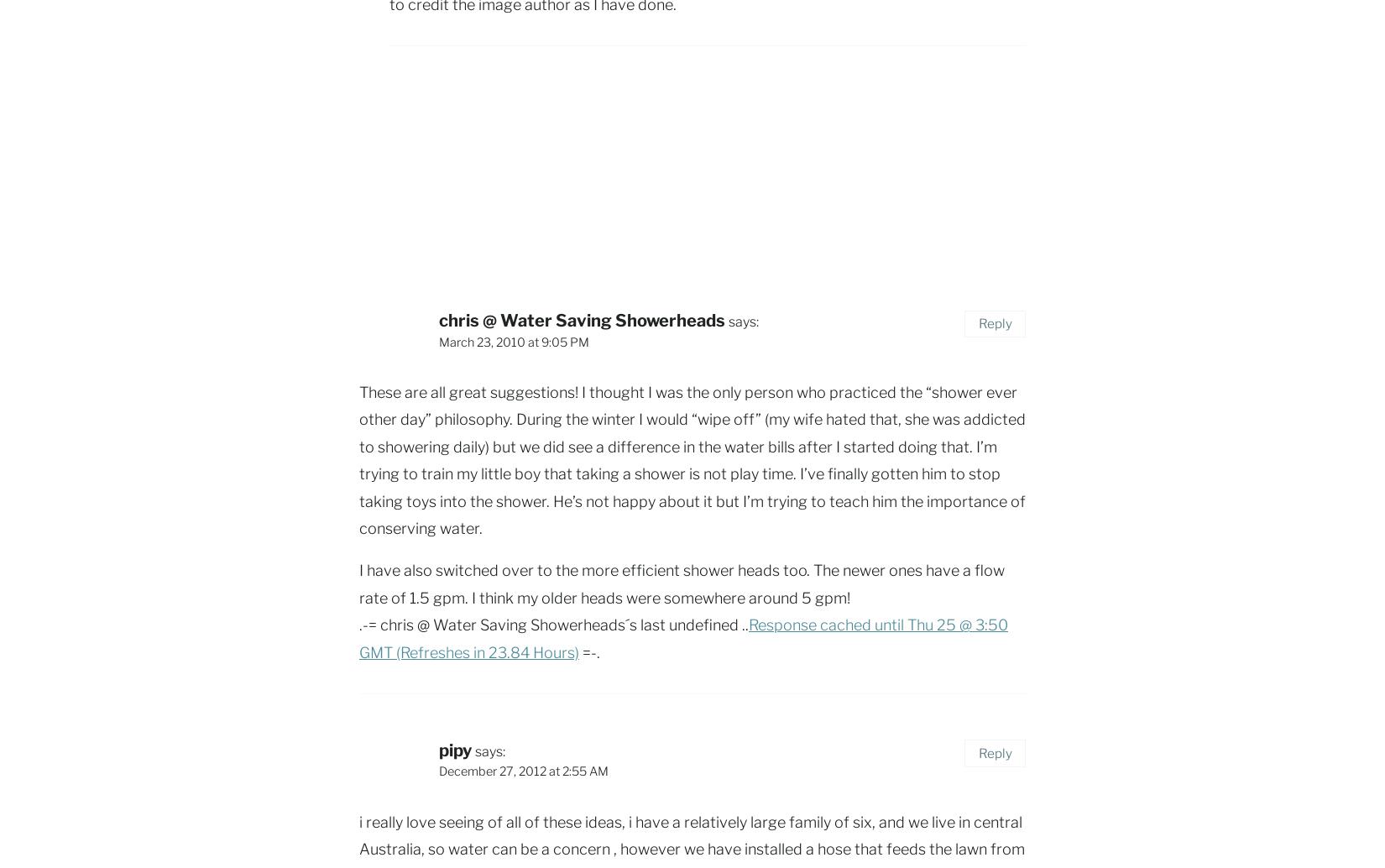  What do you see at coordinates (588, 651) in the screenshot?
I see `'=-.'` at bounding box center [588, 651].